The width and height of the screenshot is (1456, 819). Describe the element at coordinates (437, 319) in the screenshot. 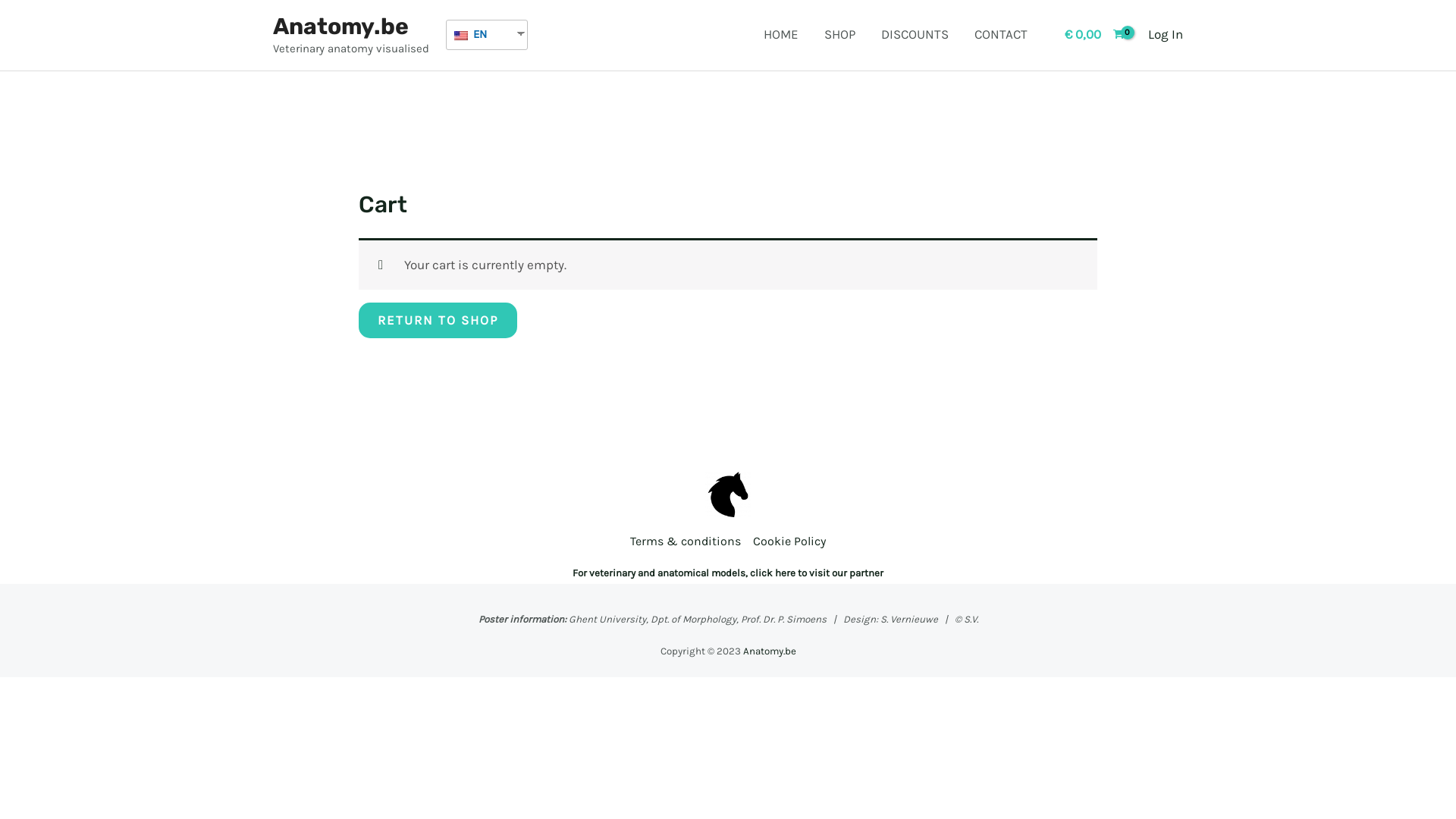

I see `'RETURN TO SHOP'` at that location.